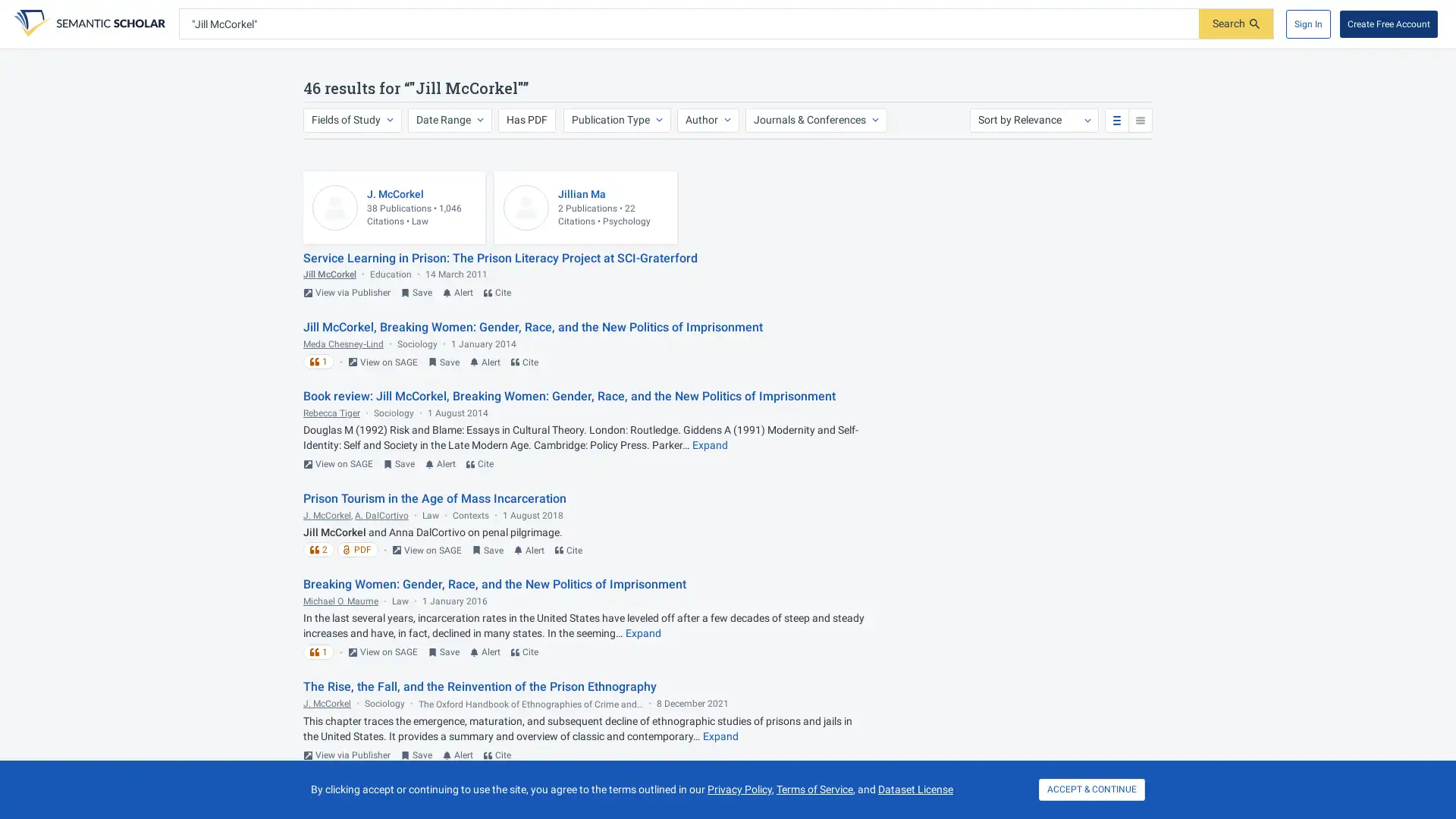 The image size is (1456, 819). I want to click on Save to Library, so click(416, 755).